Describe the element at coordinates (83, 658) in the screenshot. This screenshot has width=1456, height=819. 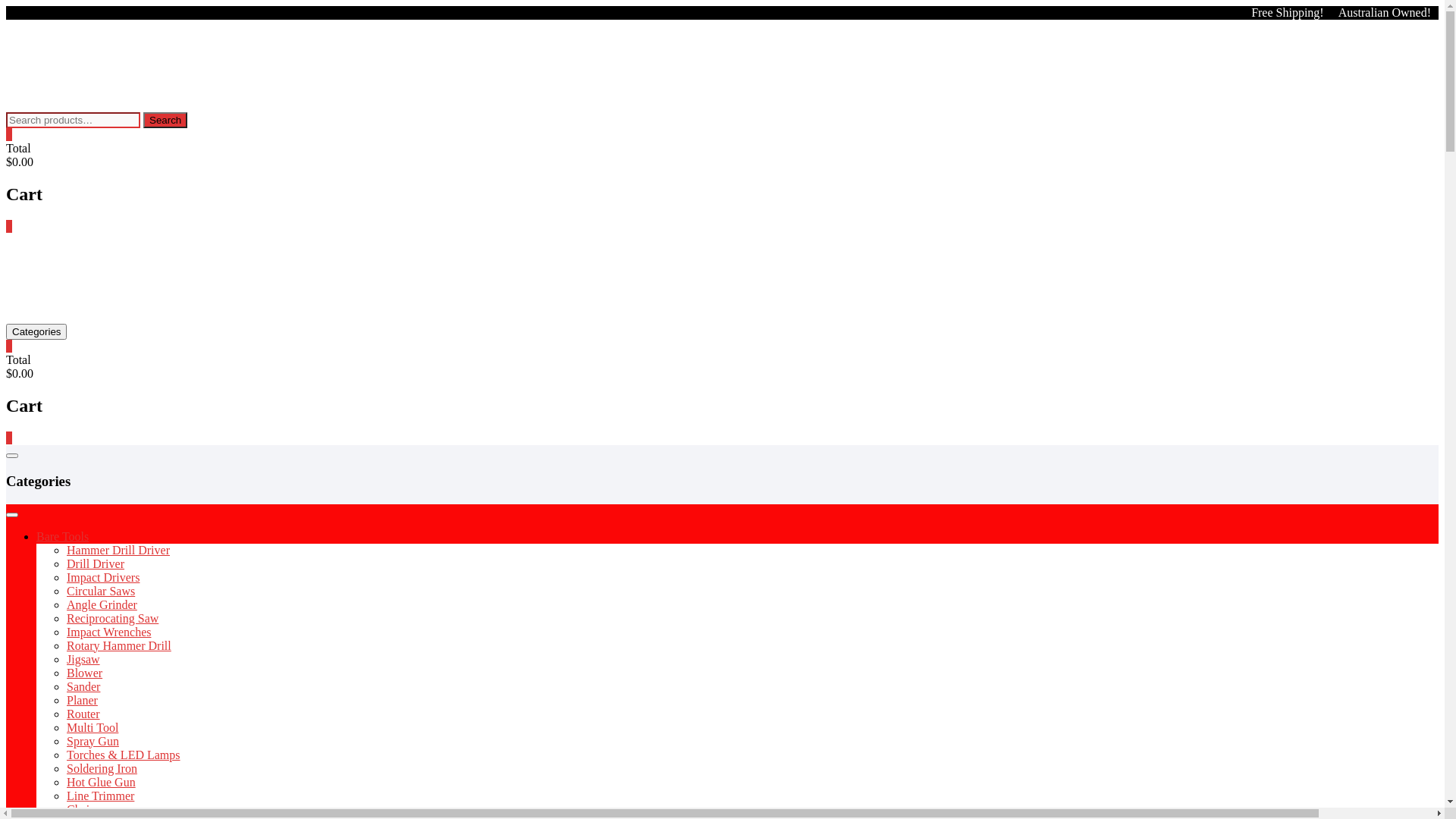
I see `'Jigsaw'` at that location.